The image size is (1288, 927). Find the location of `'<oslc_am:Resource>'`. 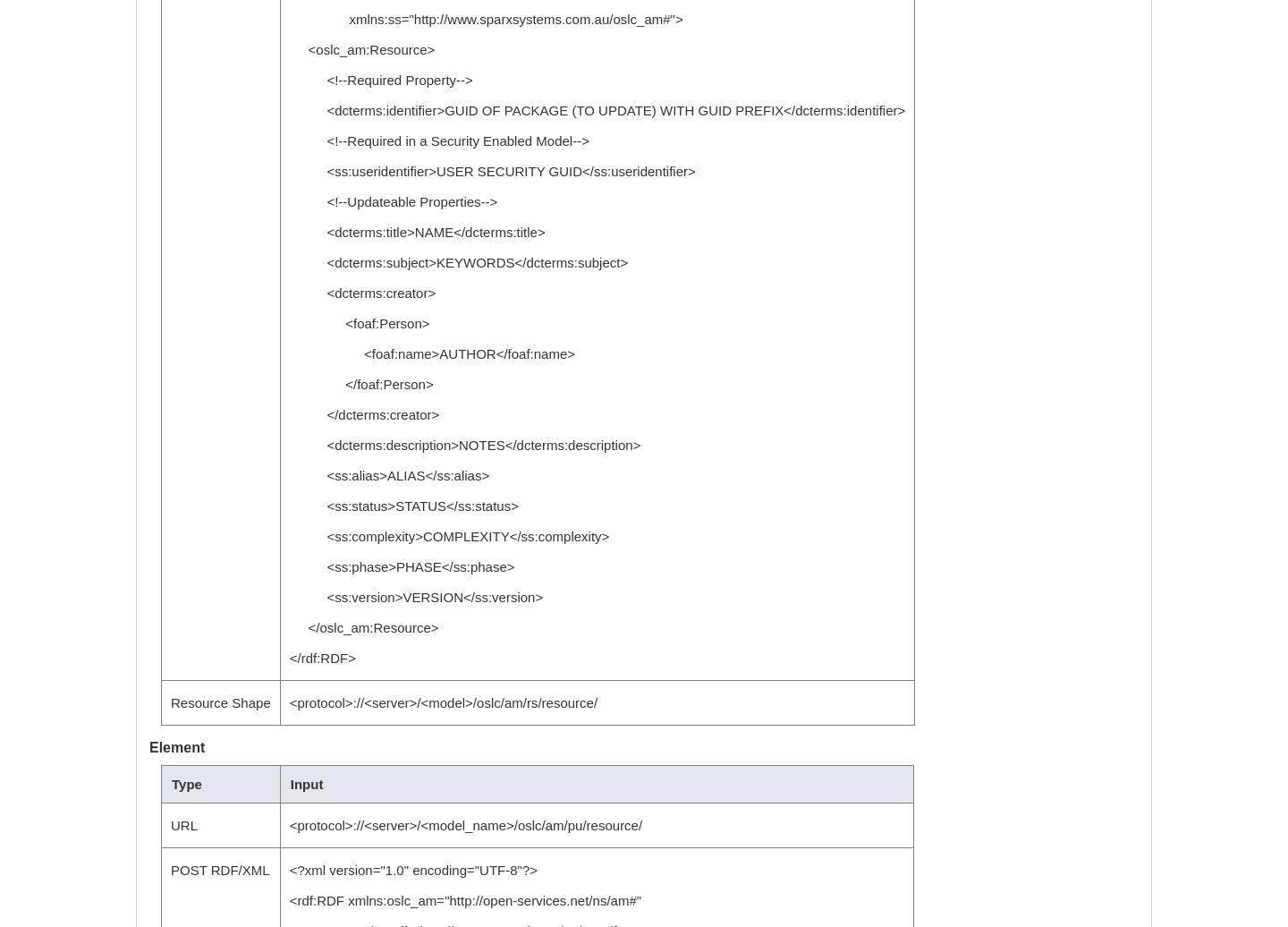

'<oslc_am:Resource>' is located at coordinates (360, 49).